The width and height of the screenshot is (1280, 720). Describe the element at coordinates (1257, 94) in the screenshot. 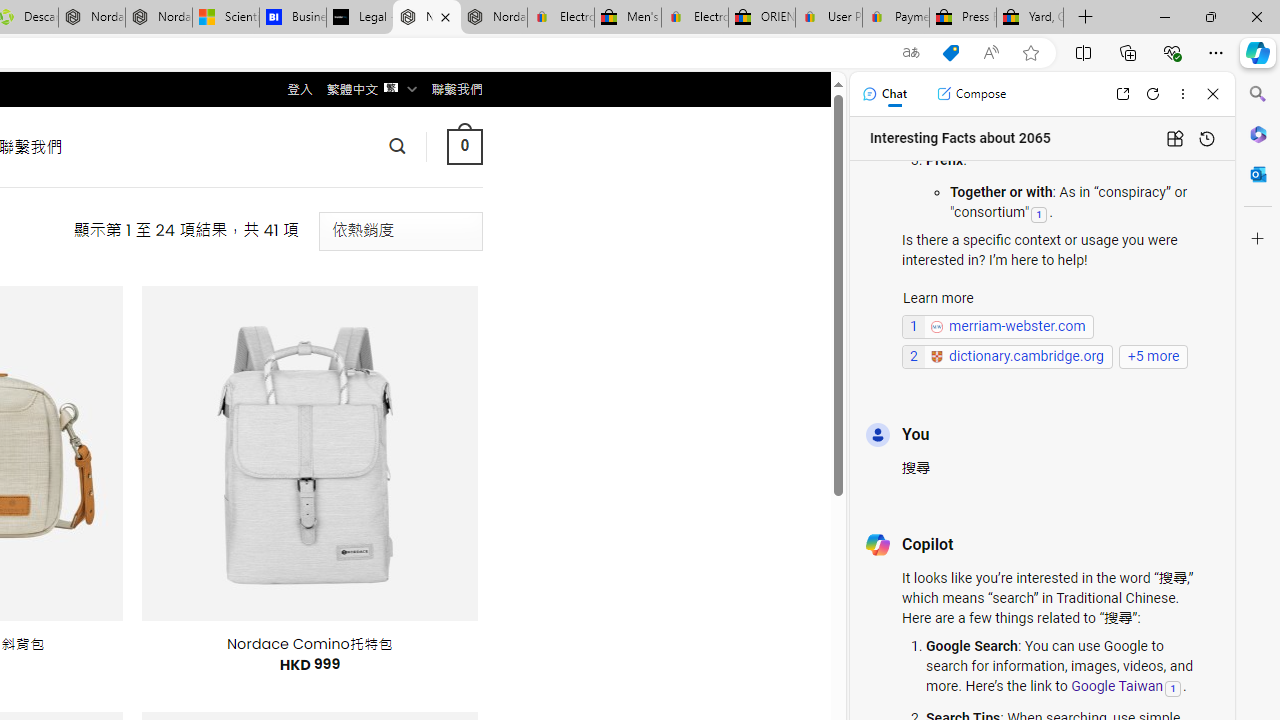

I see `'Minimize Search pane'` at that location.